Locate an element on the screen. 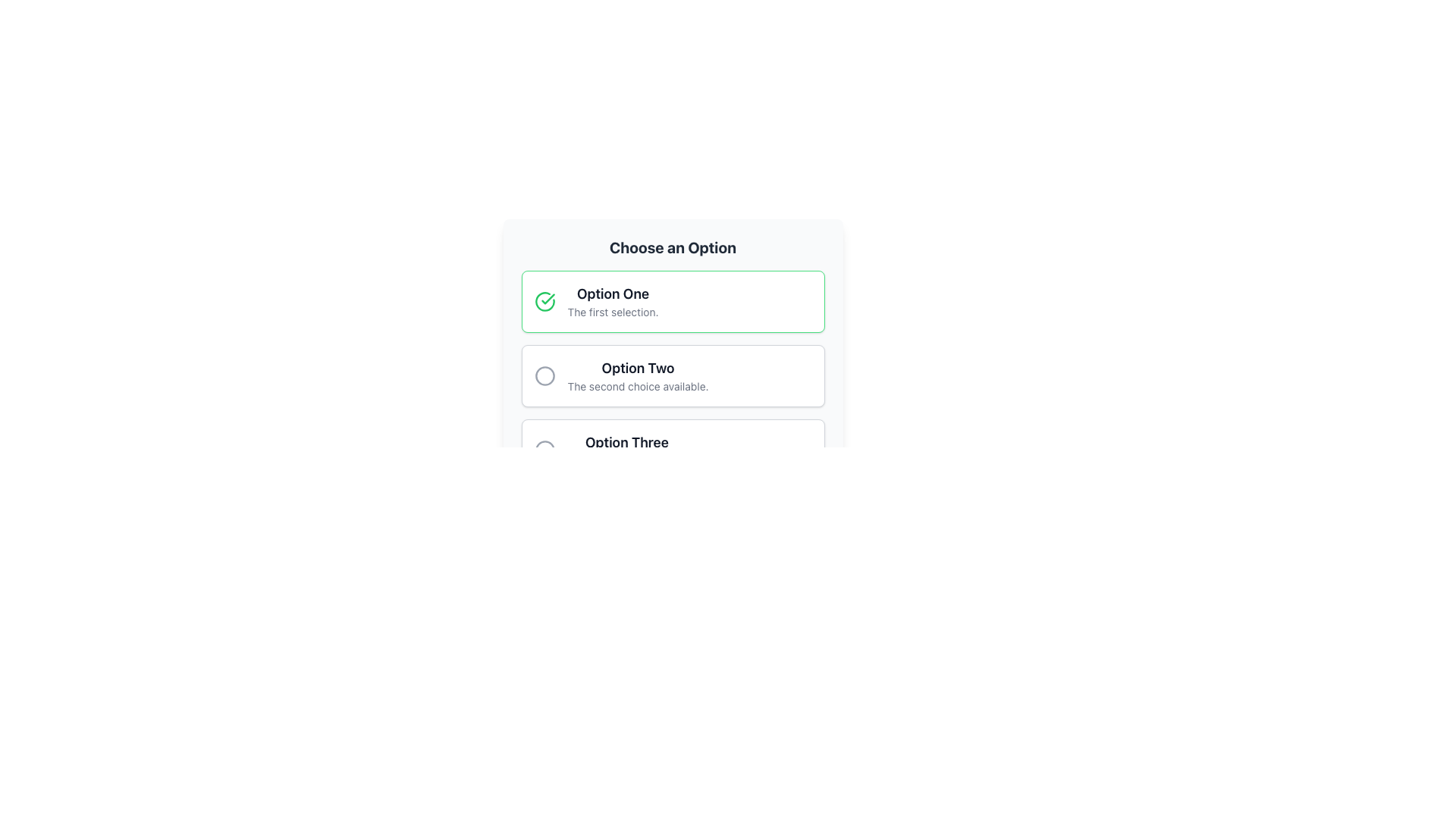  the state of the green circular icon with a check mark located to the left of 'Option One' is located at coordinates (544, 301).